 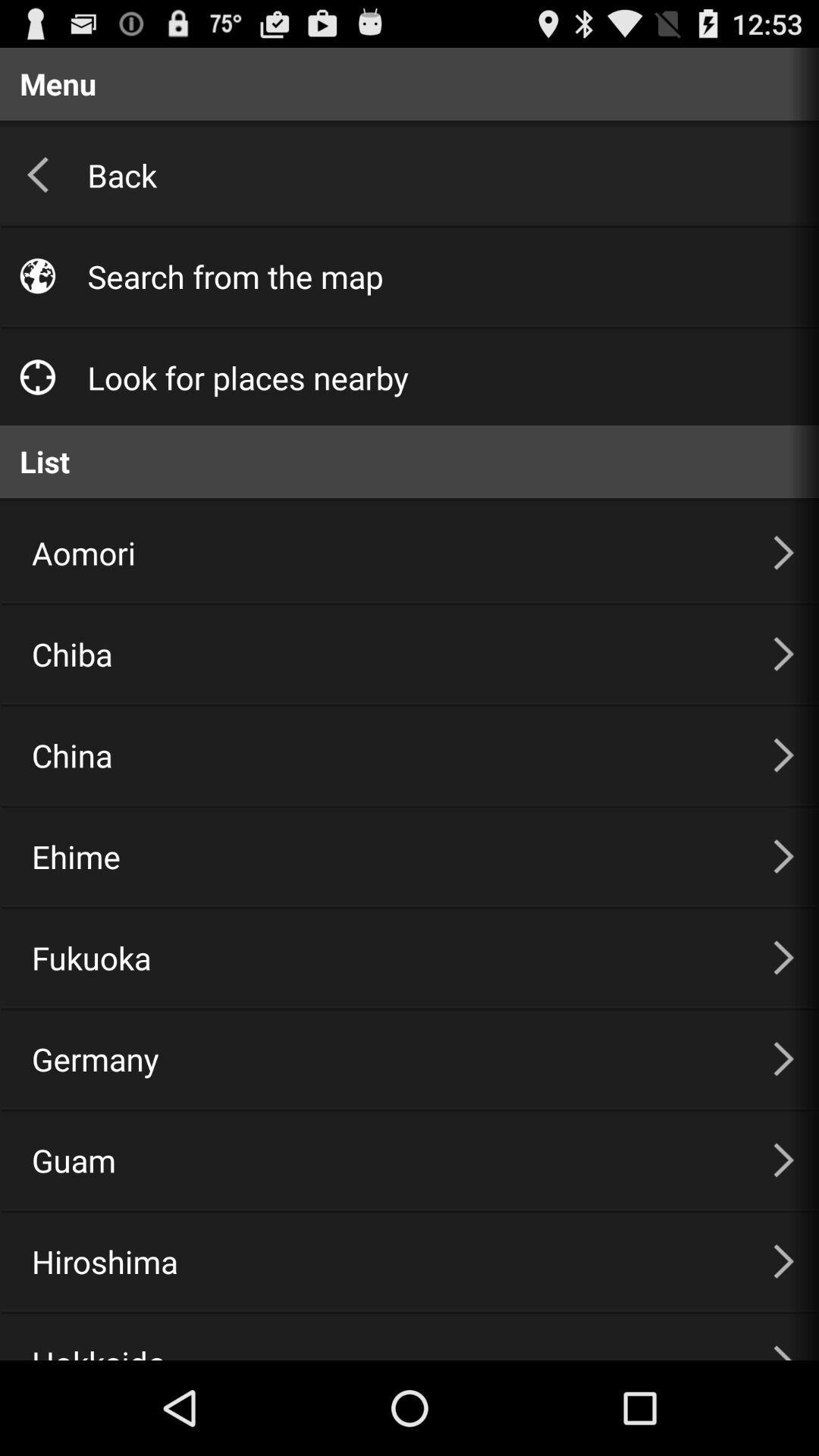 I want to click on the hokkaido item, so click(x=383, y=1337).